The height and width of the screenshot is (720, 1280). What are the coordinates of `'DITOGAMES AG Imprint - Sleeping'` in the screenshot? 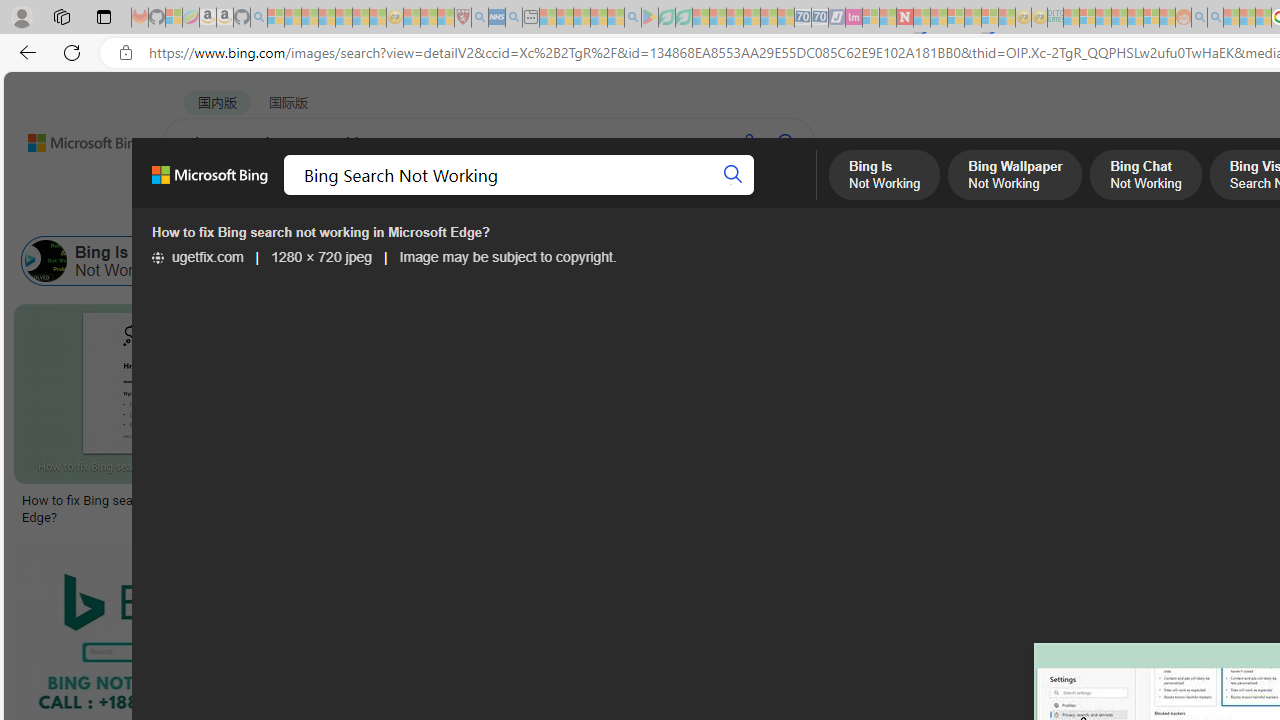 It's located at (1055, 17).